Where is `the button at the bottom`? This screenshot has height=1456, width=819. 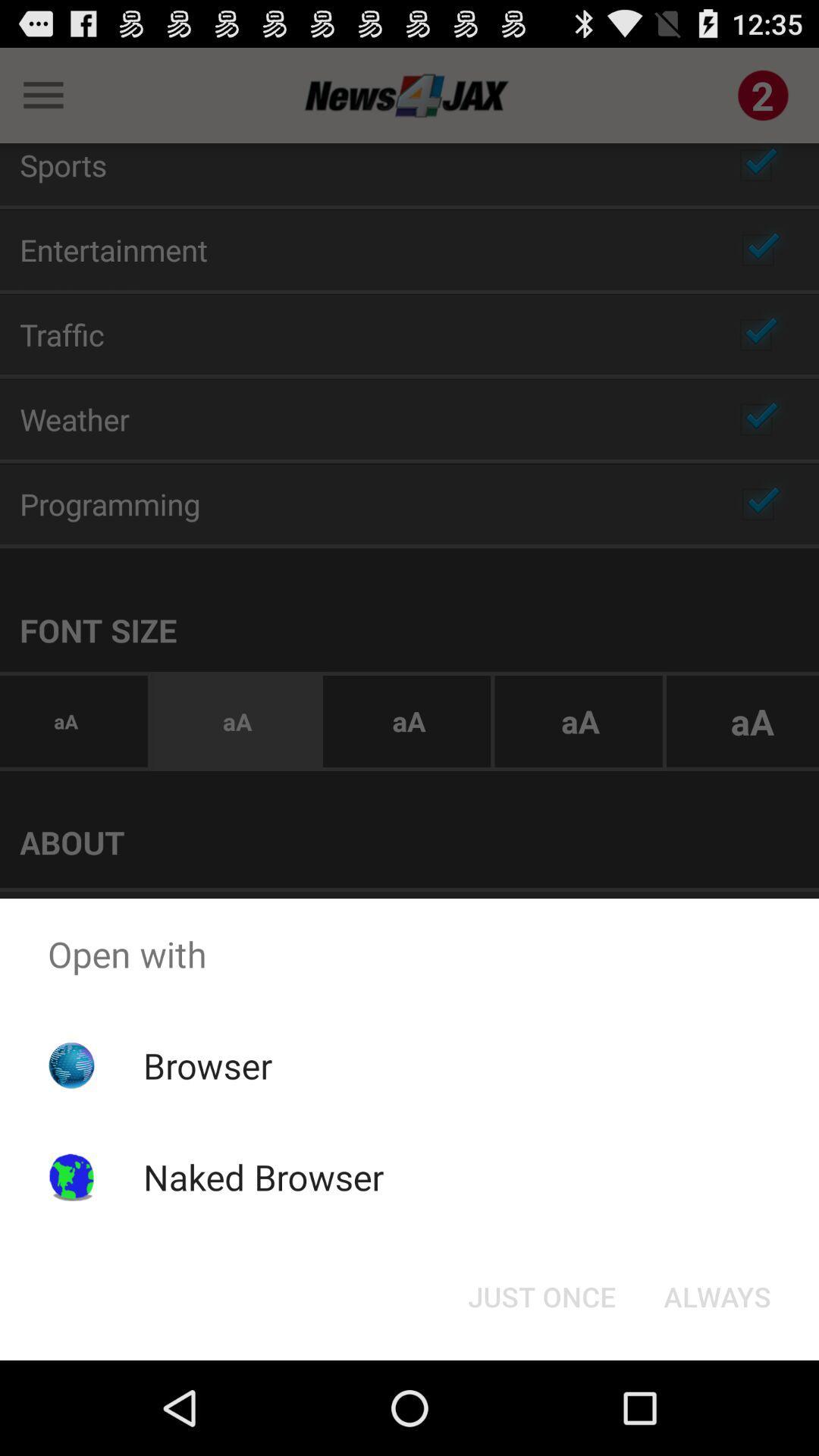 the button at the bottom is located at coordinates (541, 1295).